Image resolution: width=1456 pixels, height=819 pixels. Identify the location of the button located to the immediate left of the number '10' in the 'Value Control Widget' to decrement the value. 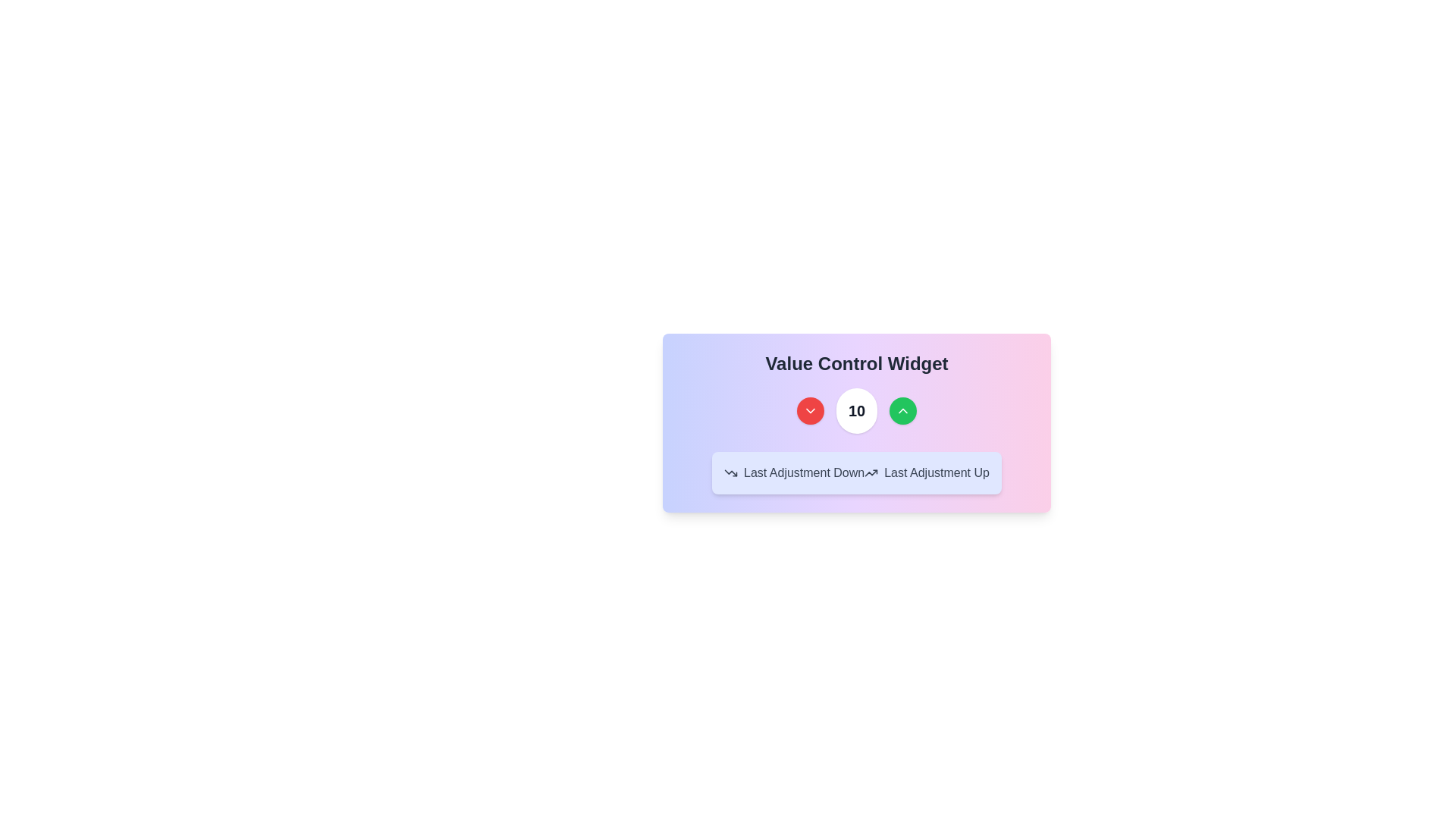
(809, 411).